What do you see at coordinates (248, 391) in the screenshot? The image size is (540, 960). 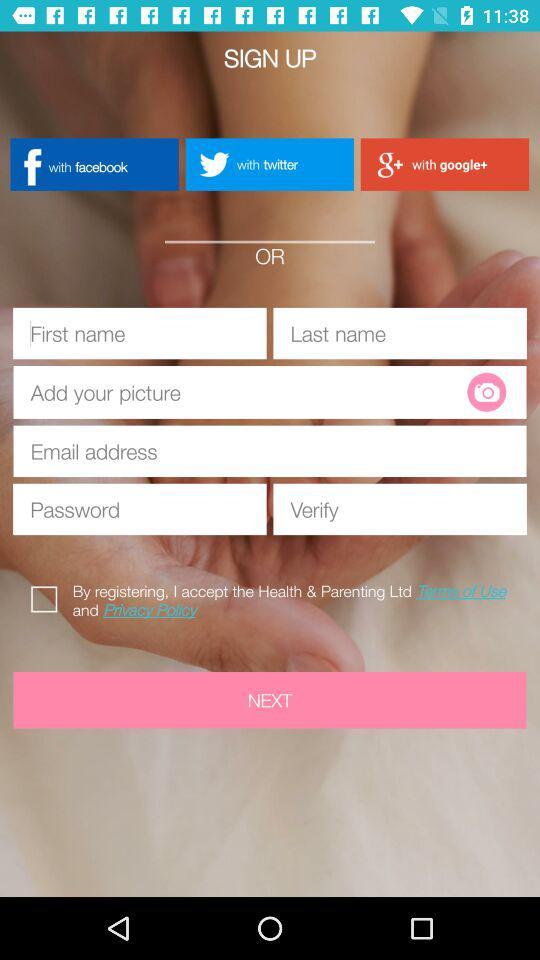 I see `option to add picture` at bounding box center [248, 391].